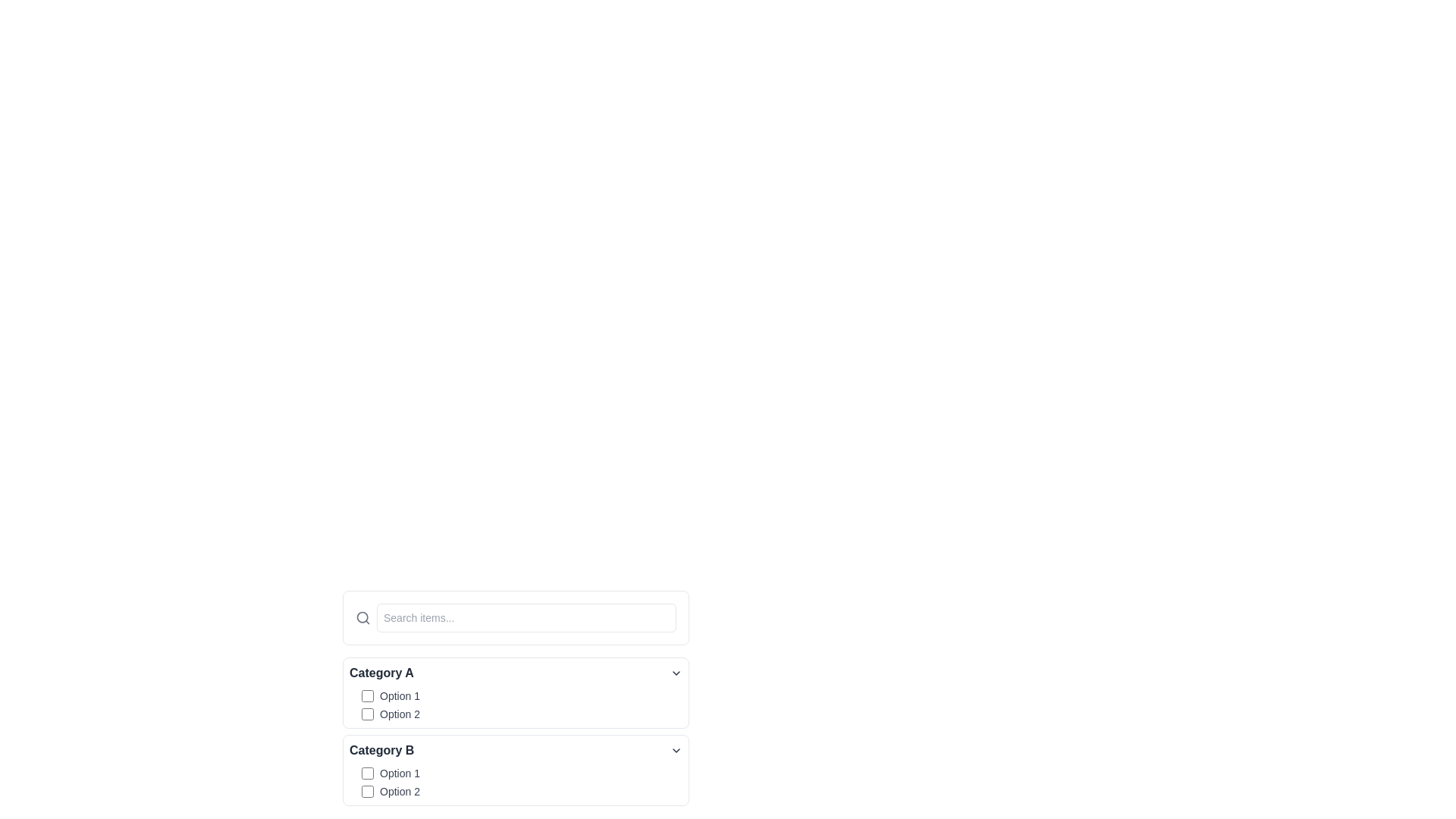 This screenshot has width=1456, height=819. I want to click on the text label displaying 'Option 1', which is positioned to the right of a checkbox under 'Category B', so click(400, 773).